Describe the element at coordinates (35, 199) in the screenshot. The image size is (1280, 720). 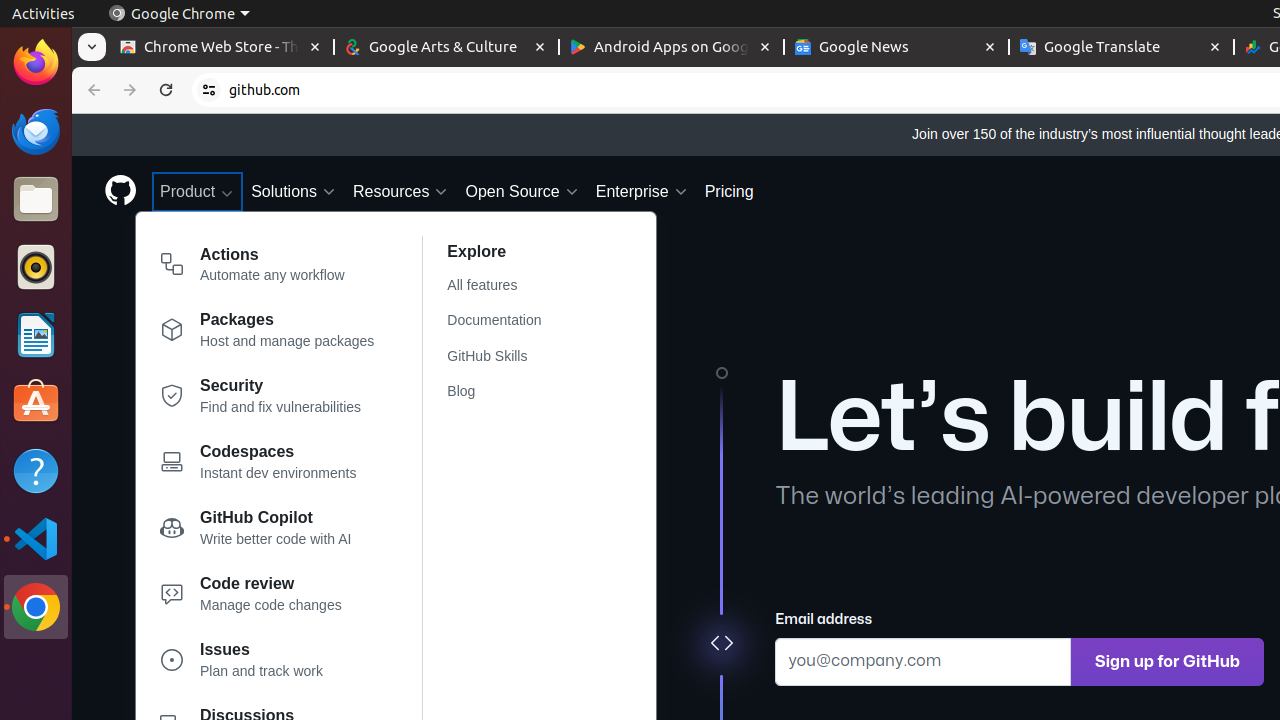
I see `'Files'` at that location.